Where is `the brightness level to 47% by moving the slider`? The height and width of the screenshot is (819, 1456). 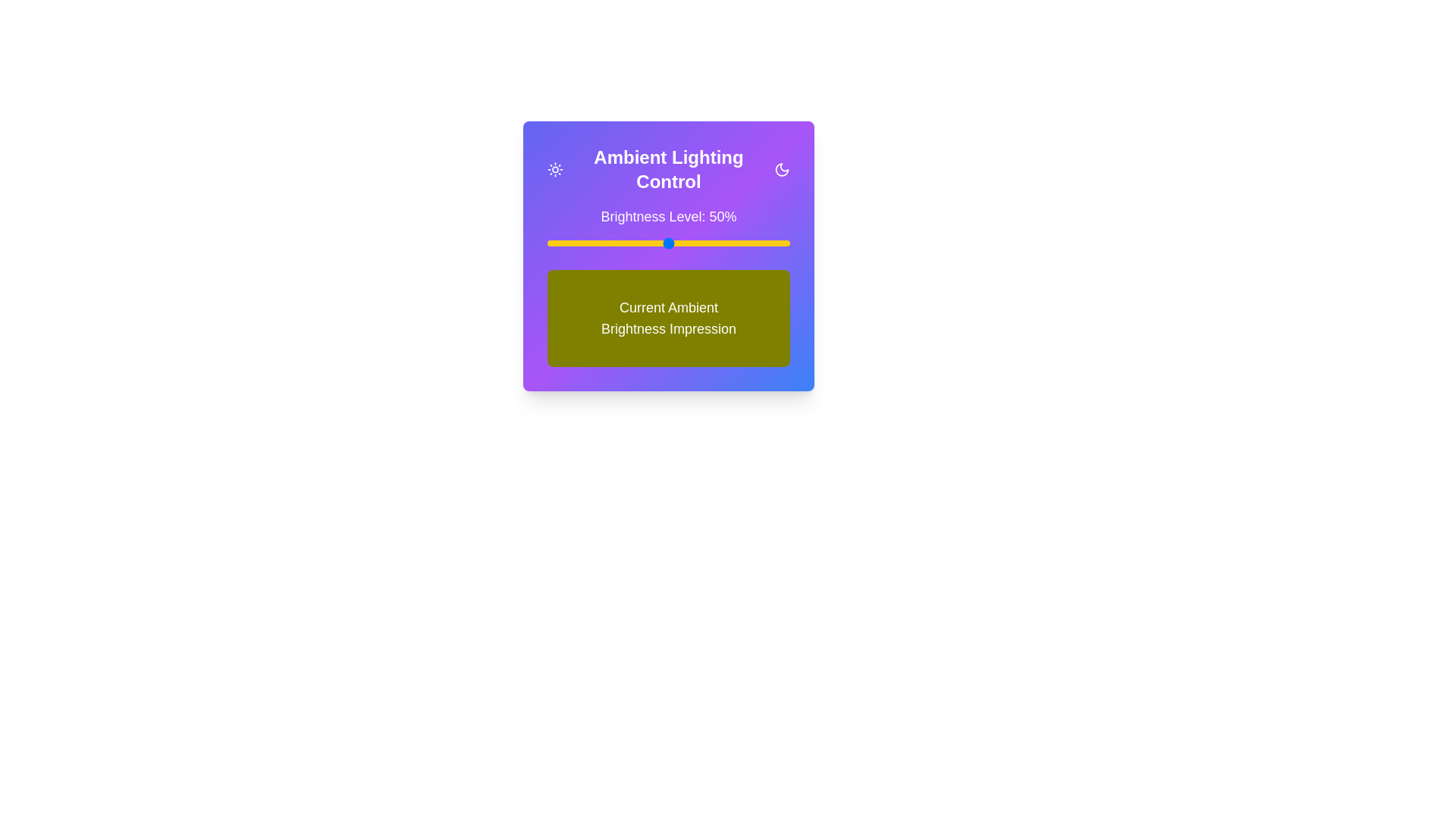
the brightness level to 47% by moving the slider is located at coordinates (661, 242).